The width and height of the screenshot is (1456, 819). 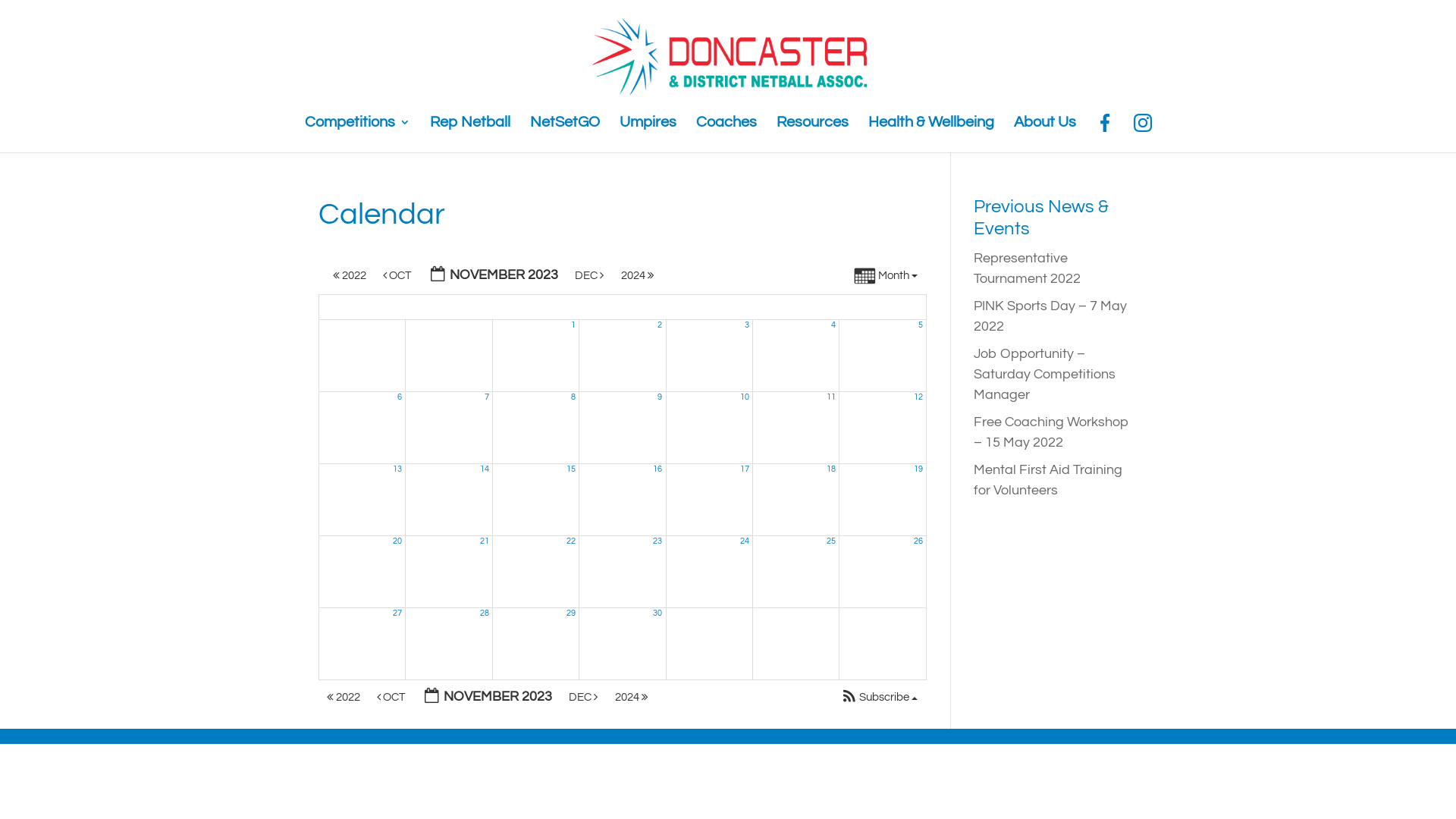 What do you see at coordinates (745, 468) in the screenshot?
I see `'17'` at bounding box center [745, 468].